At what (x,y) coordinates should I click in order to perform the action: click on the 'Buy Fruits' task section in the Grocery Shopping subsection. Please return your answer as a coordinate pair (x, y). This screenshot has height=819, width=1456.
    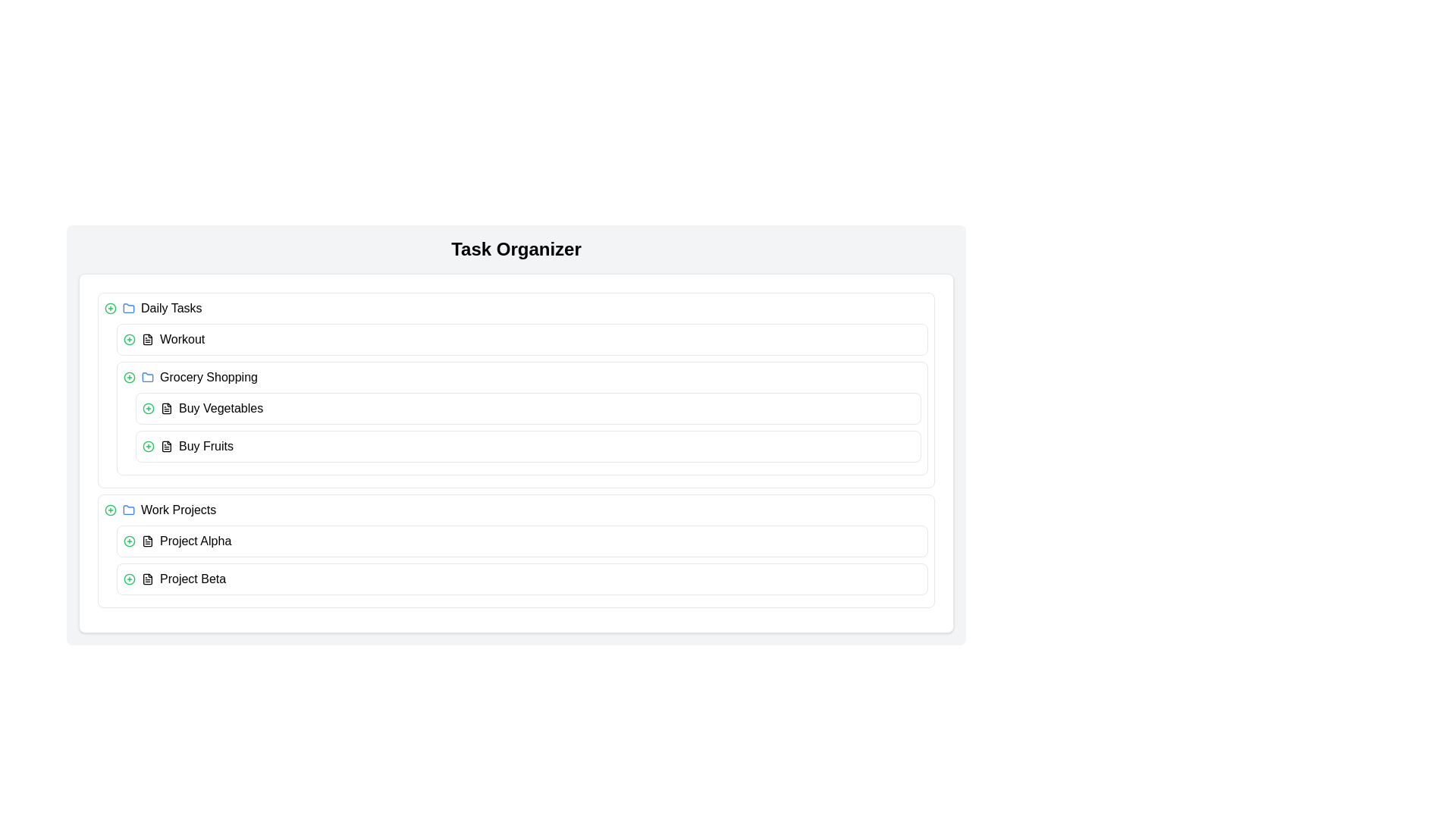
    Looking at the image, I should click on (528, 446).